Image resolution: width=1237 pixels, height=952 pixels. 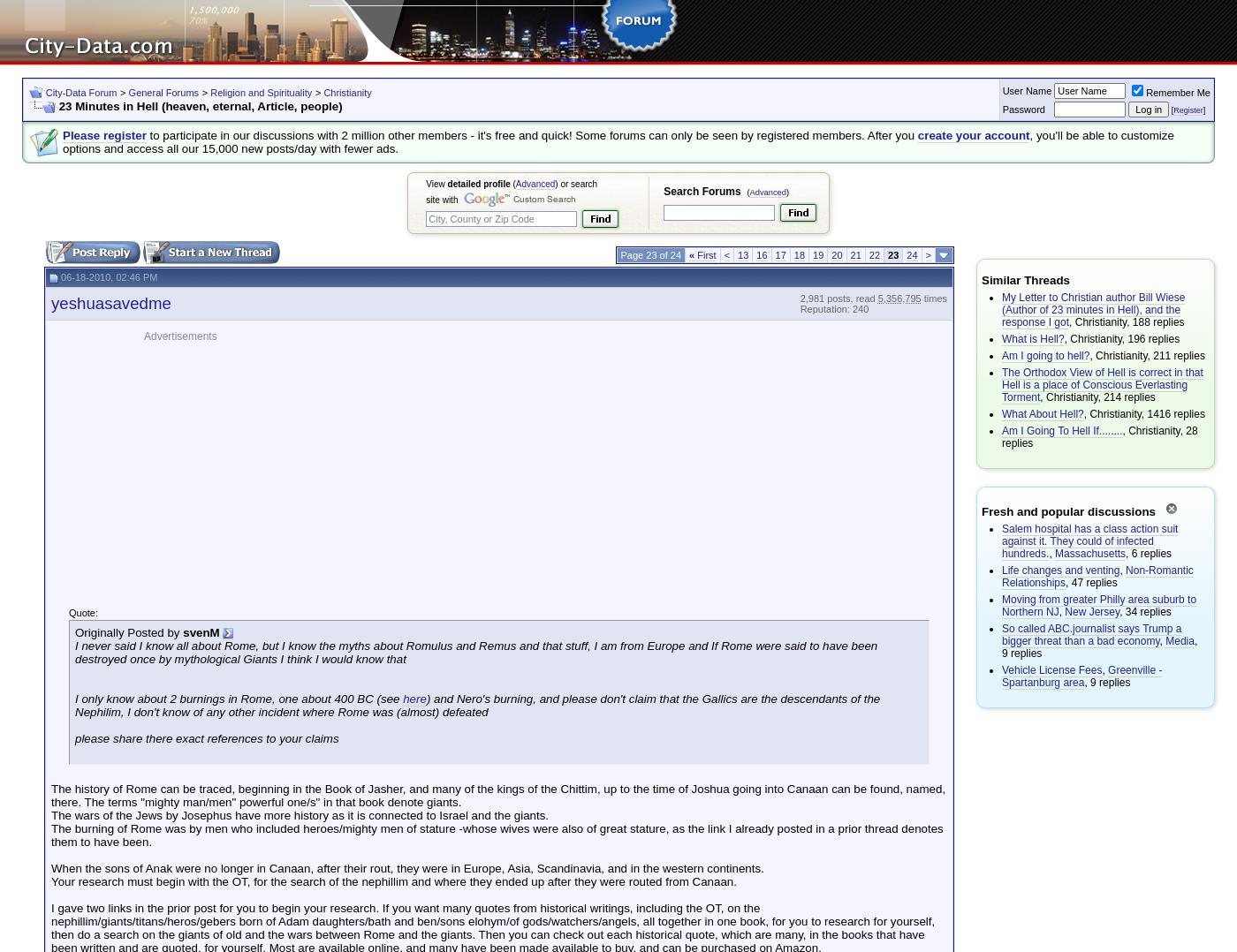 What do you see at coordinates (407, 867) in the screenshot?
I see `'When the sons of Anak were no longer in Canaan, after their rout, they were in Europe, Asia,  Scandinavia, and in the western continents.'` at bounding box center [407, 867].